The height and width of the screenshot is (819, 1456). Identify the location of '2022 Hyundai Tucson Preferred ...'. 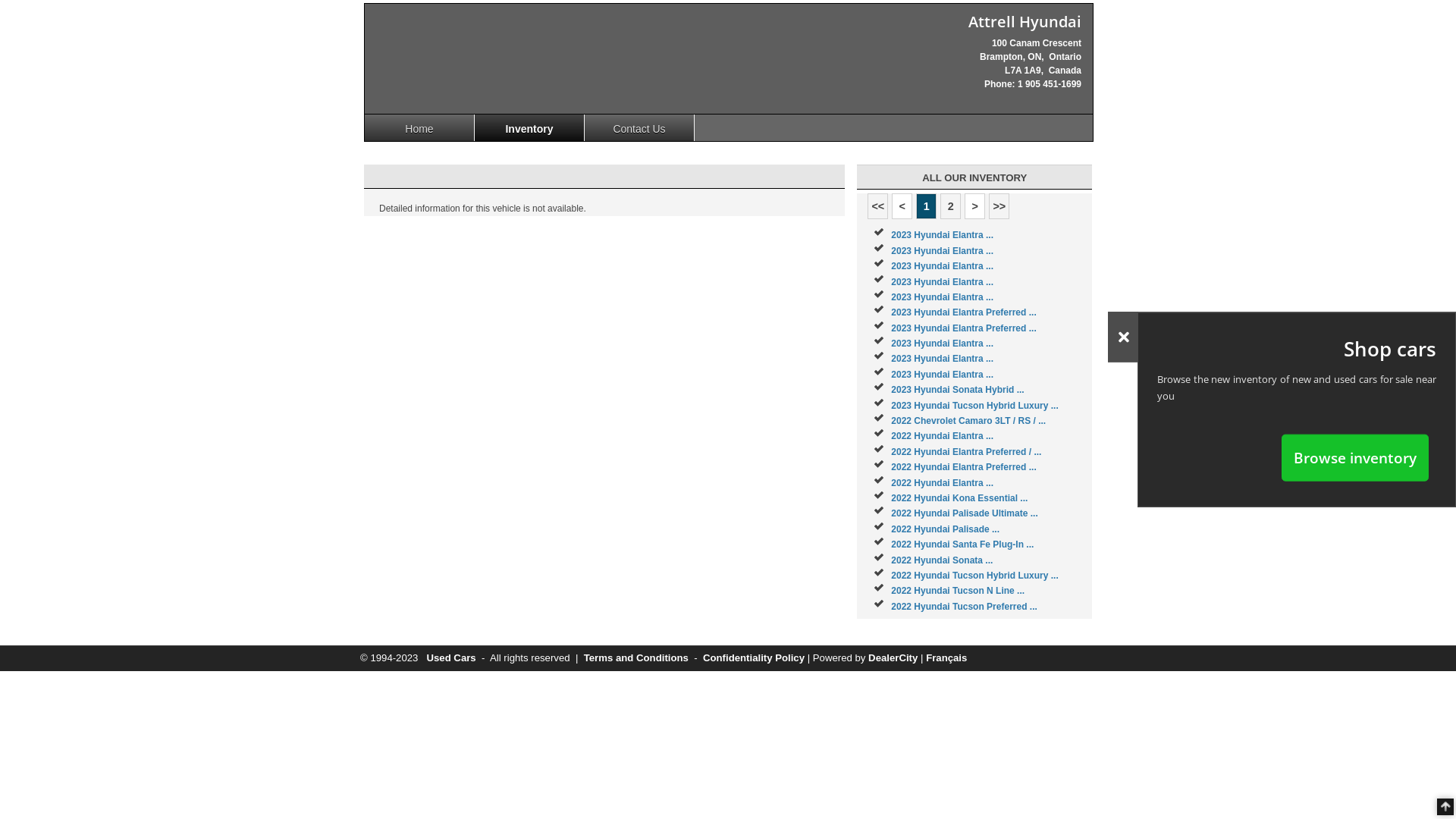
(963, 605).